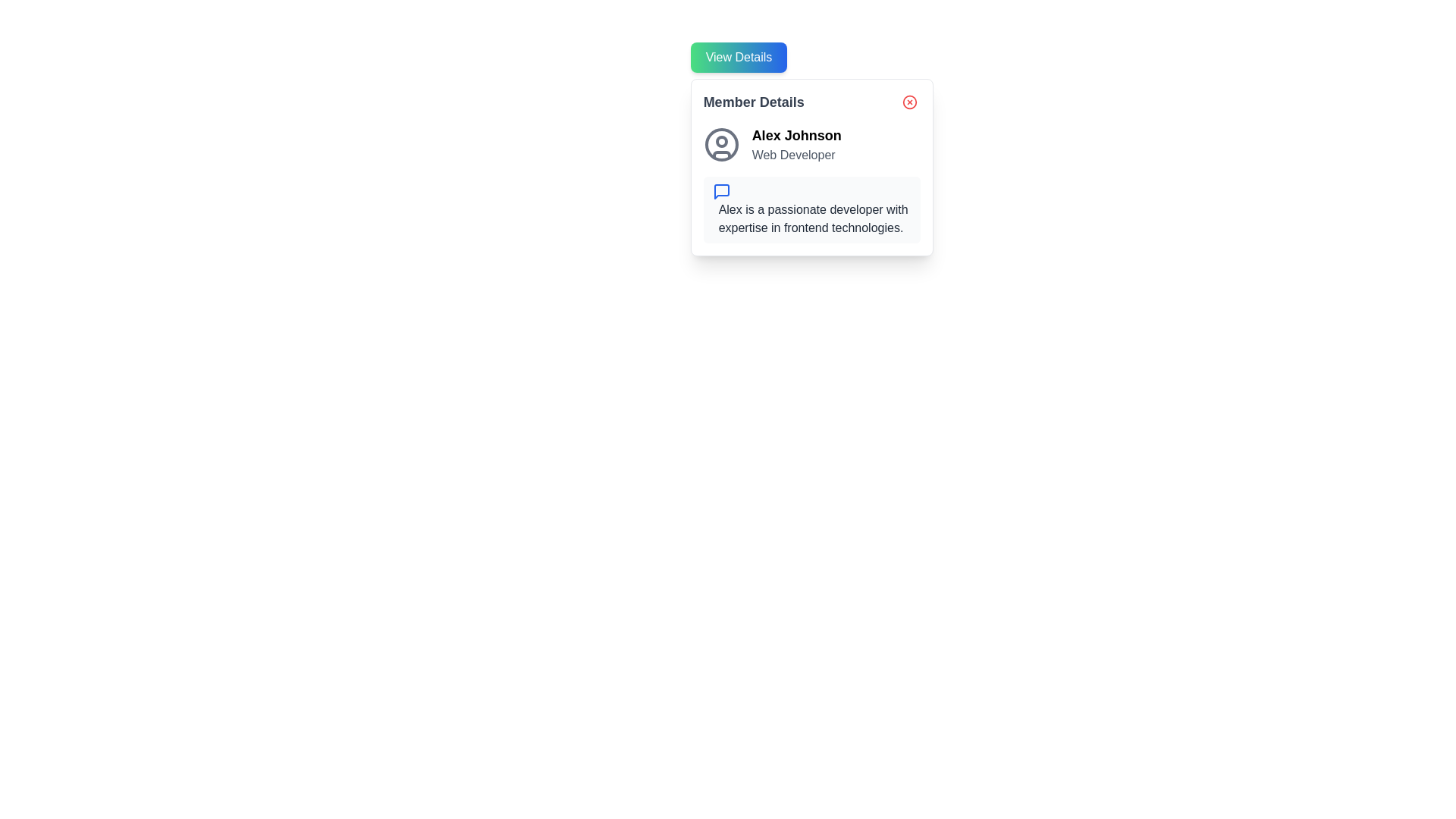 This screenshot has height=819, width=1456. What do you see at coordinates (811, 167) in the screenshot?
I see `the blue comment/message icon located within the 'Member Details' card that contains the profile of 'Alex Johnson'` at bounding box center [811, 167].